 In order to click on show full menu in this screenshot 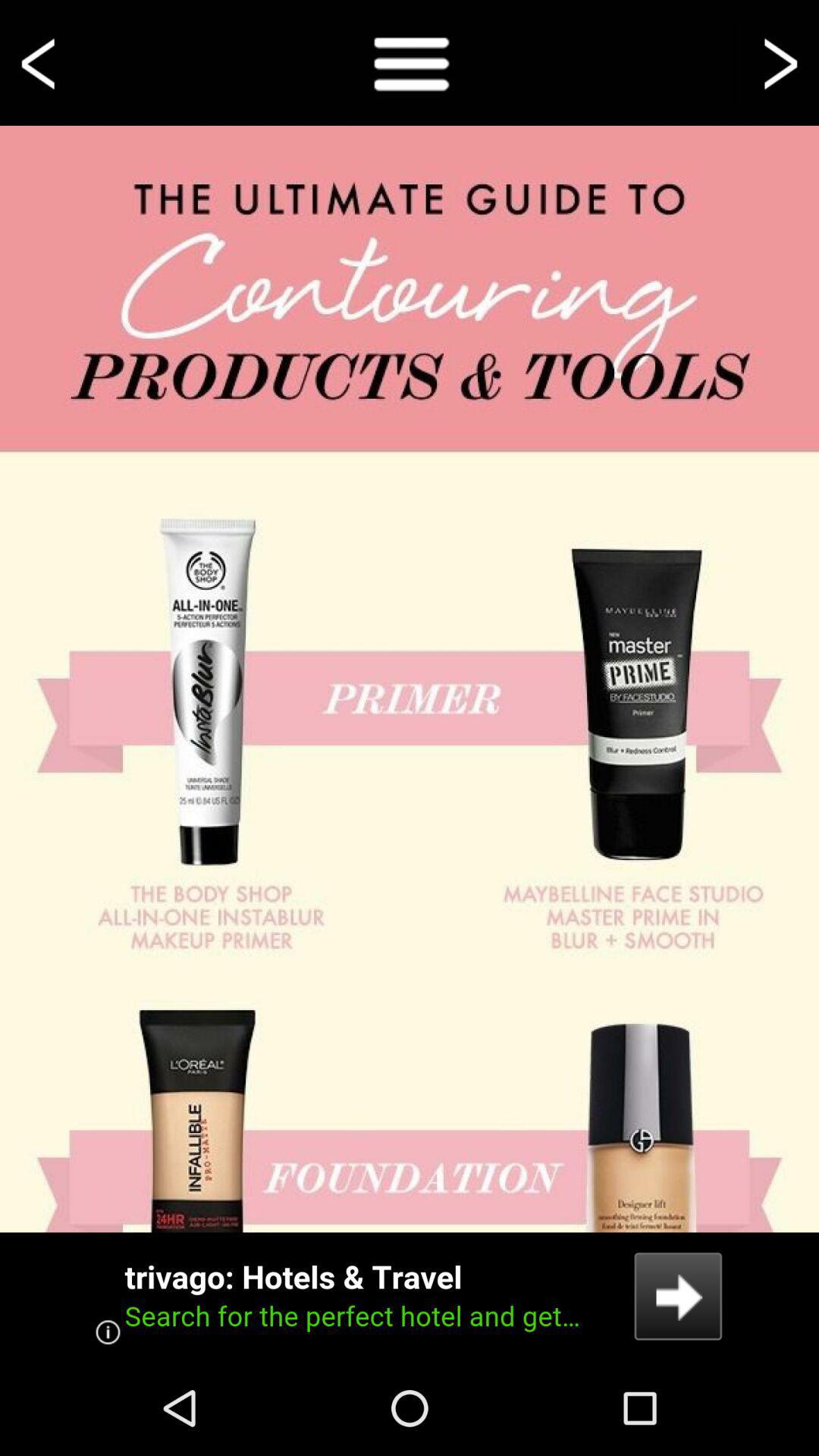, I will do `click(409, 61)`.